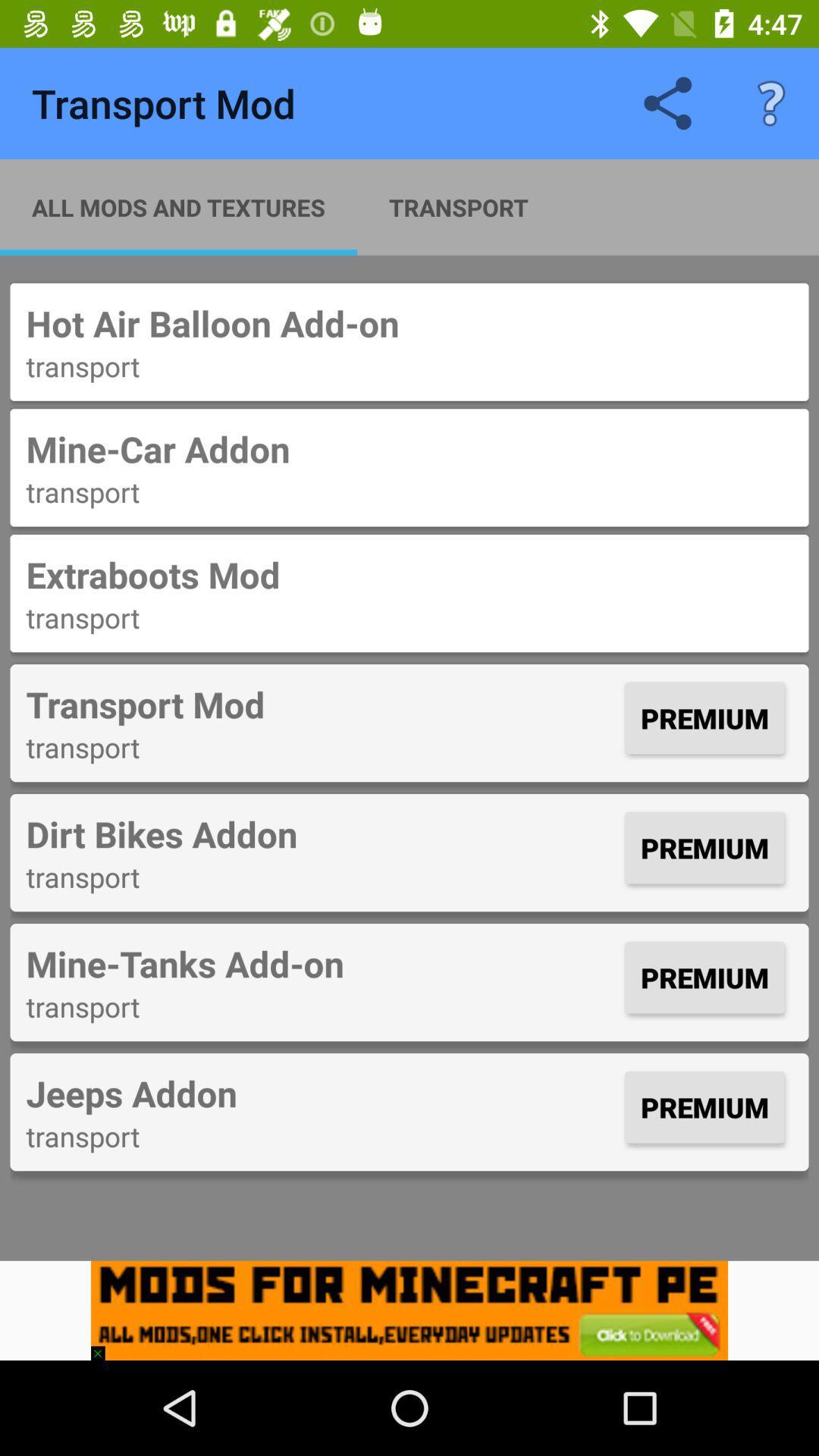 The width and height of the screenshot is (819, 1456). Describe the element at coordinates (409, 1310) in the screenshot. I see `mobile application advertisement` at that location.